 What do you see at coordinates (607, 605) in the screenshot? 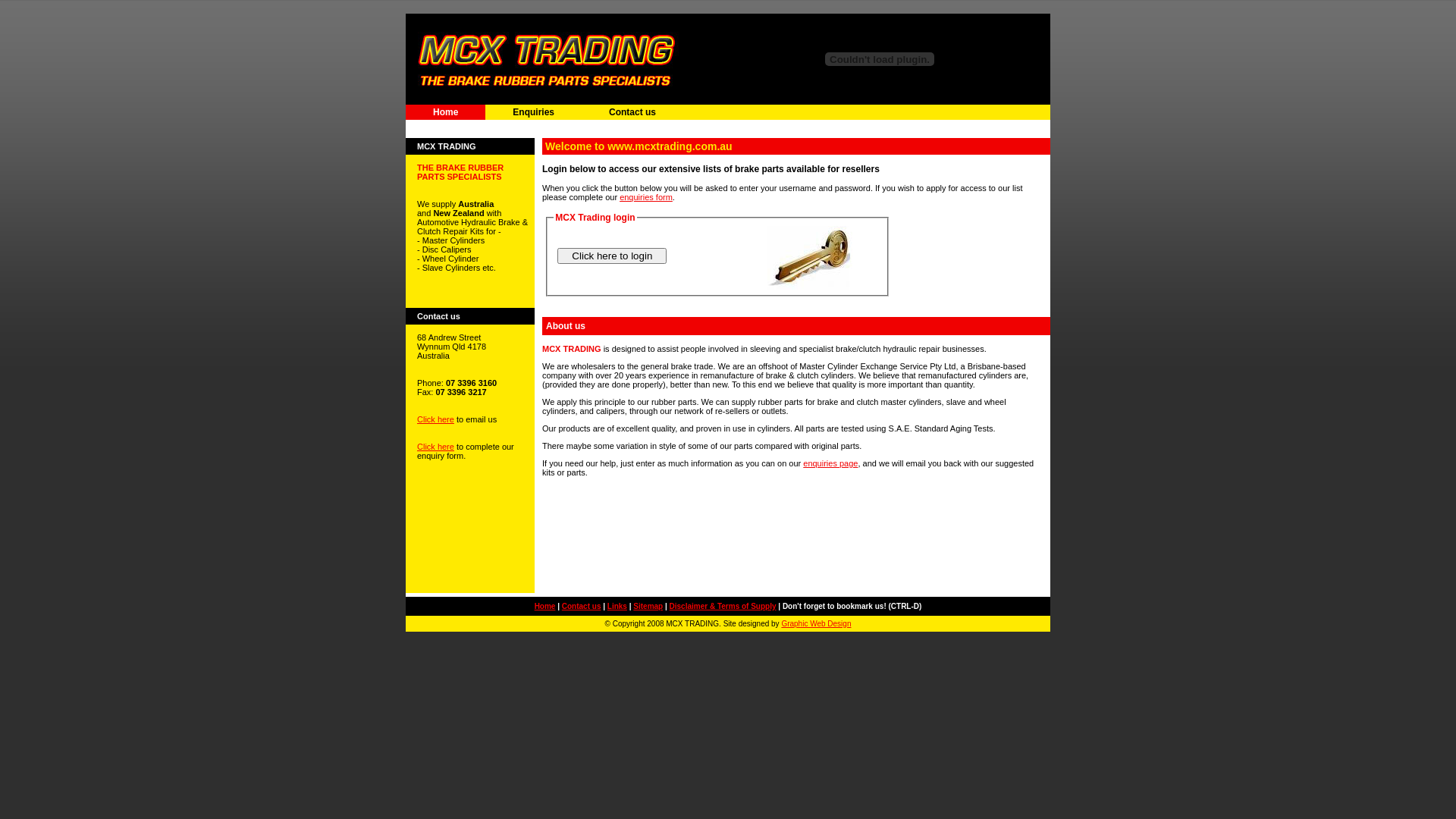
I see `'Links'` at bounding box center [607, 605].